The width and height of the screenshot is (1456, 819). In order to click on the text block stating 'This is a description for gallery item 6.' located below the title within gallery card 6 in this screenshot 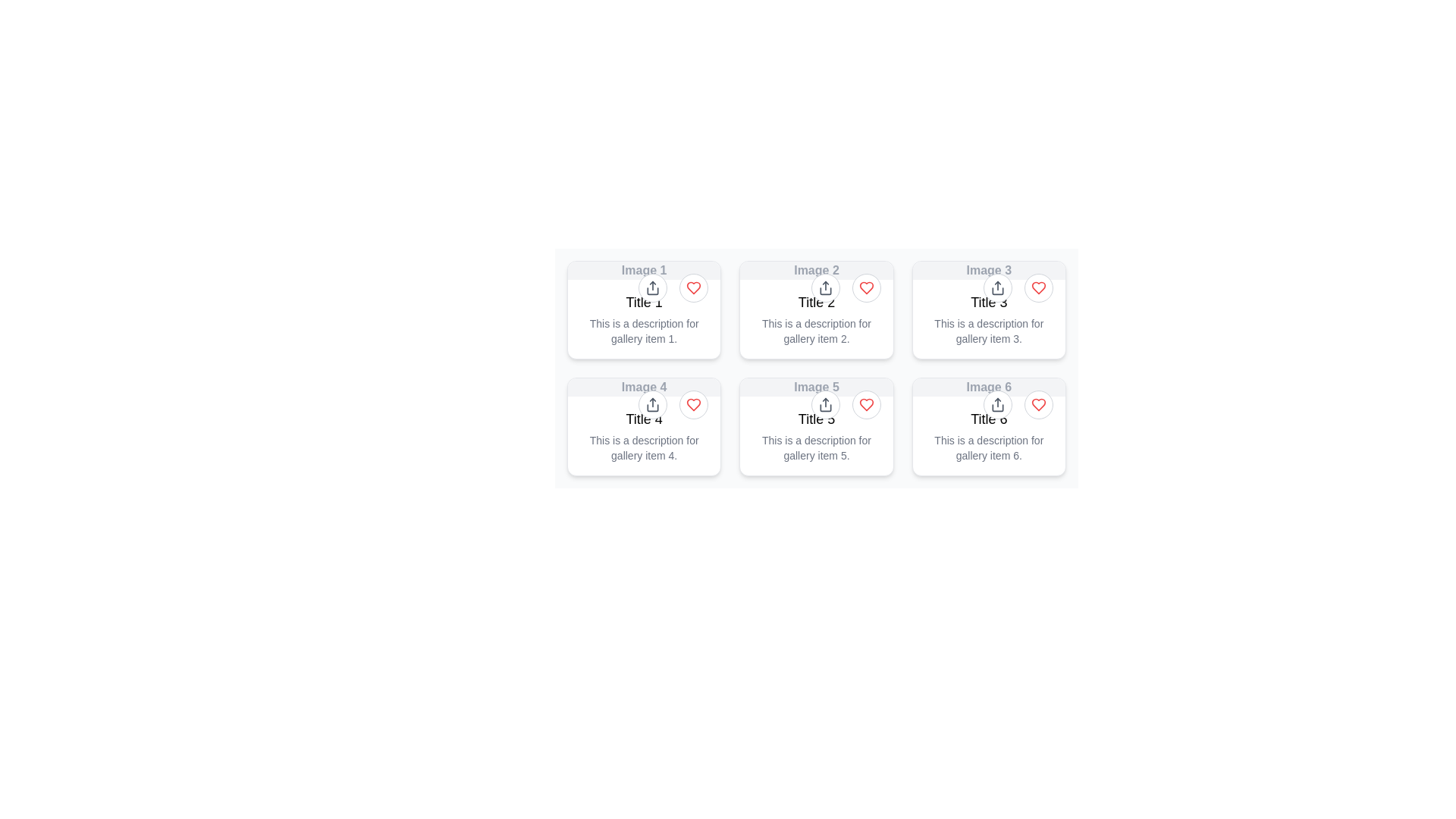, I will do `click(989, 447)`.